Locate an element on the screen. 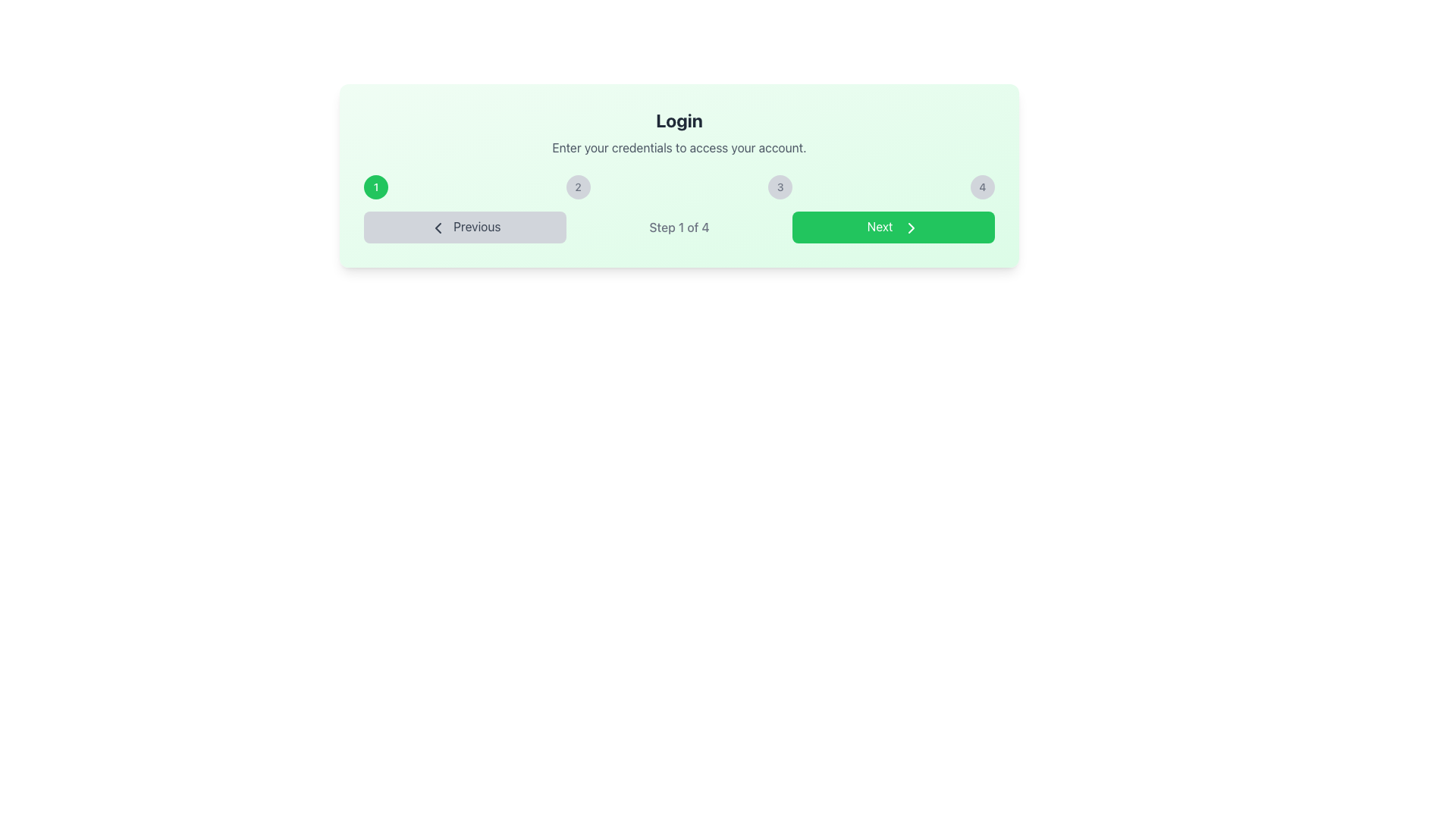  the text label that reads 'Step 1 of 4' in a medium gray color, positioned centrally in the navigation bar is located at coordinates (679, 227).